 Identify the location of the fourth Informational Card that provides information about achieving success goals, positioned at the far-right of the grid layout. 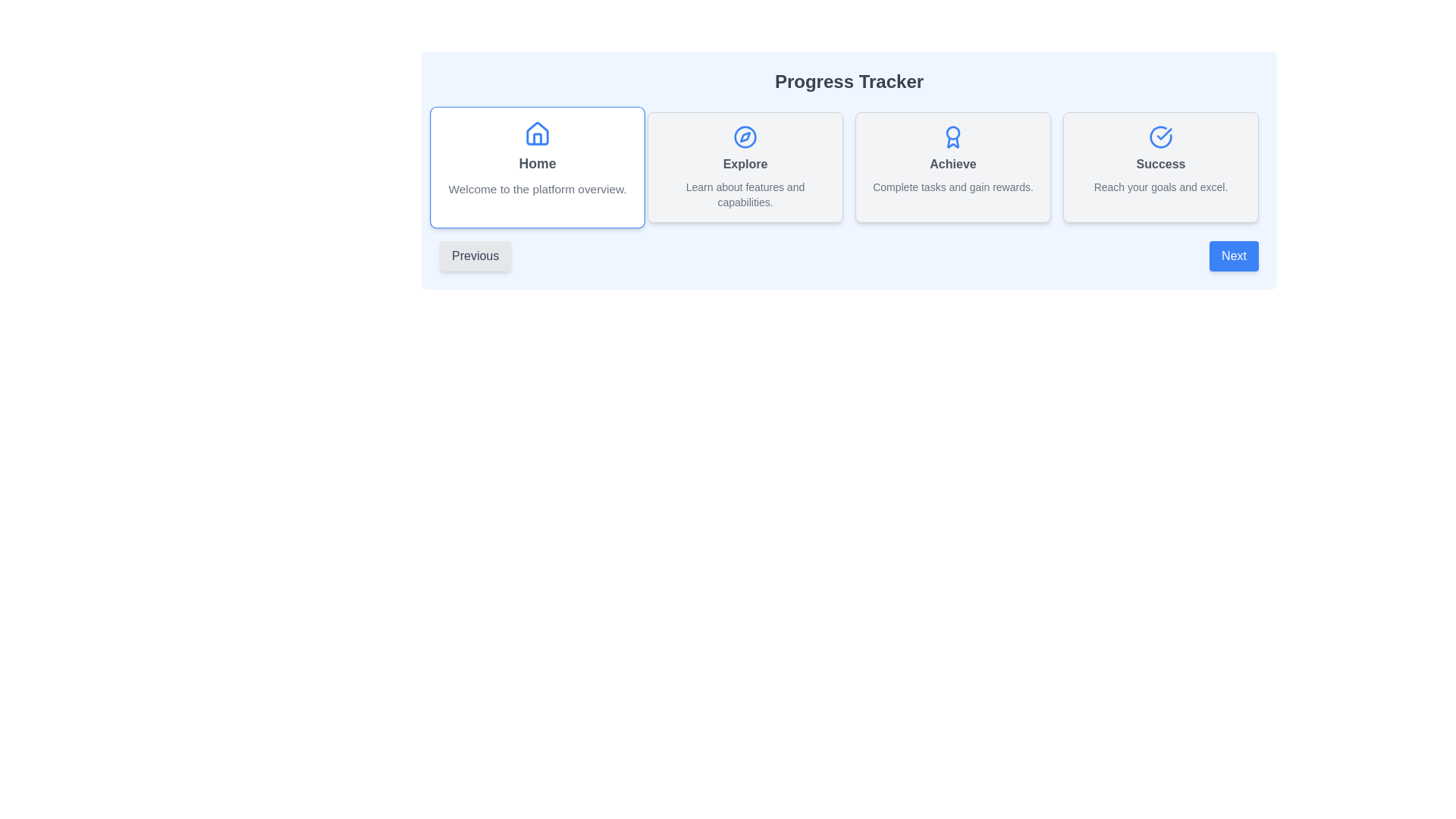
(1160, 167).